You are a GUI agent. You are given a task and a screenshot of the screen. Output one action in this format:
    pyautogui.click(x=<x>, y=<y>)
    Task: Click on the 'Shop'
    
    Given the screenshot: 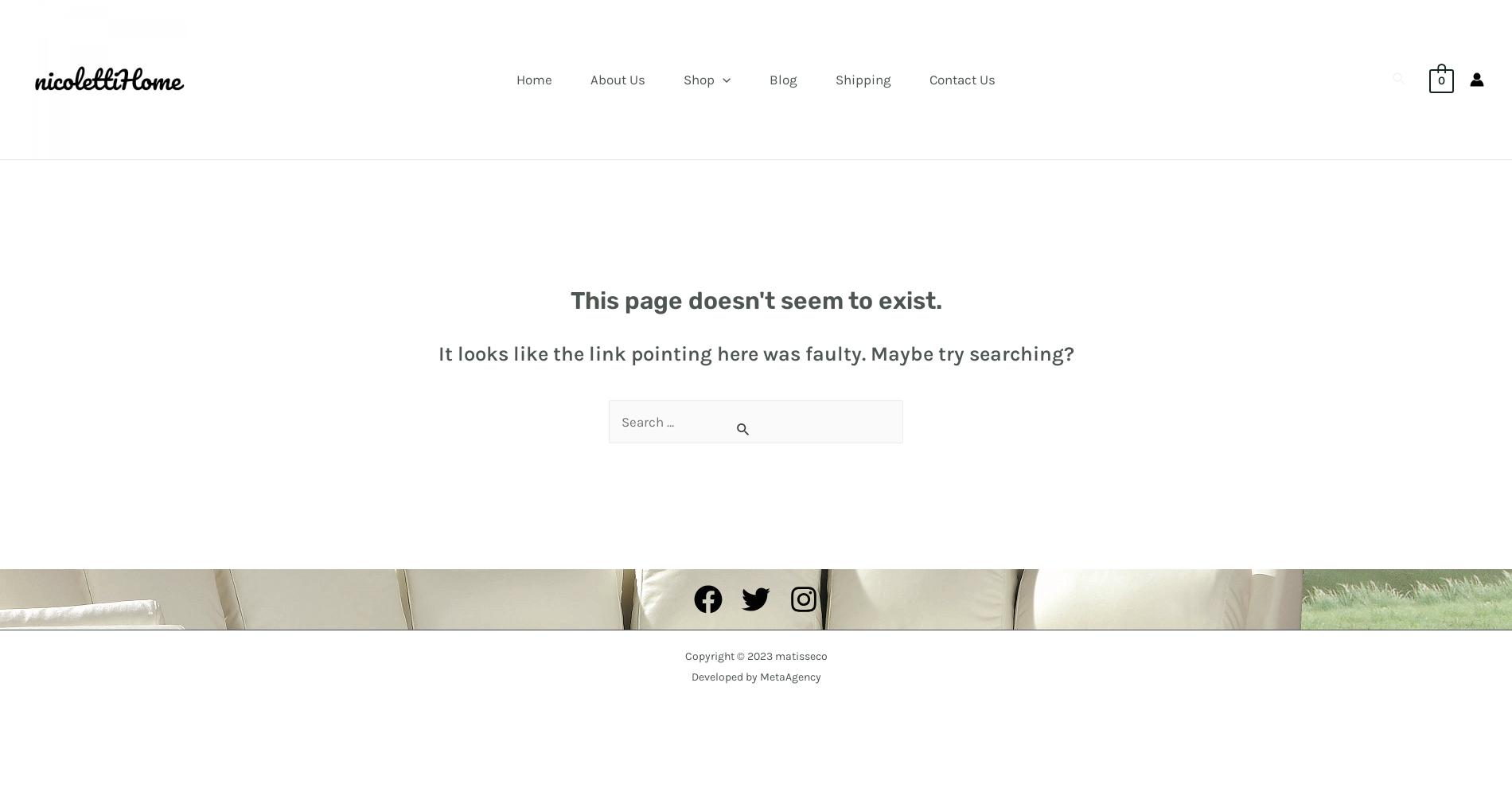 What is the action you would take?
    pyautogui.click(x=682, y=79)
    